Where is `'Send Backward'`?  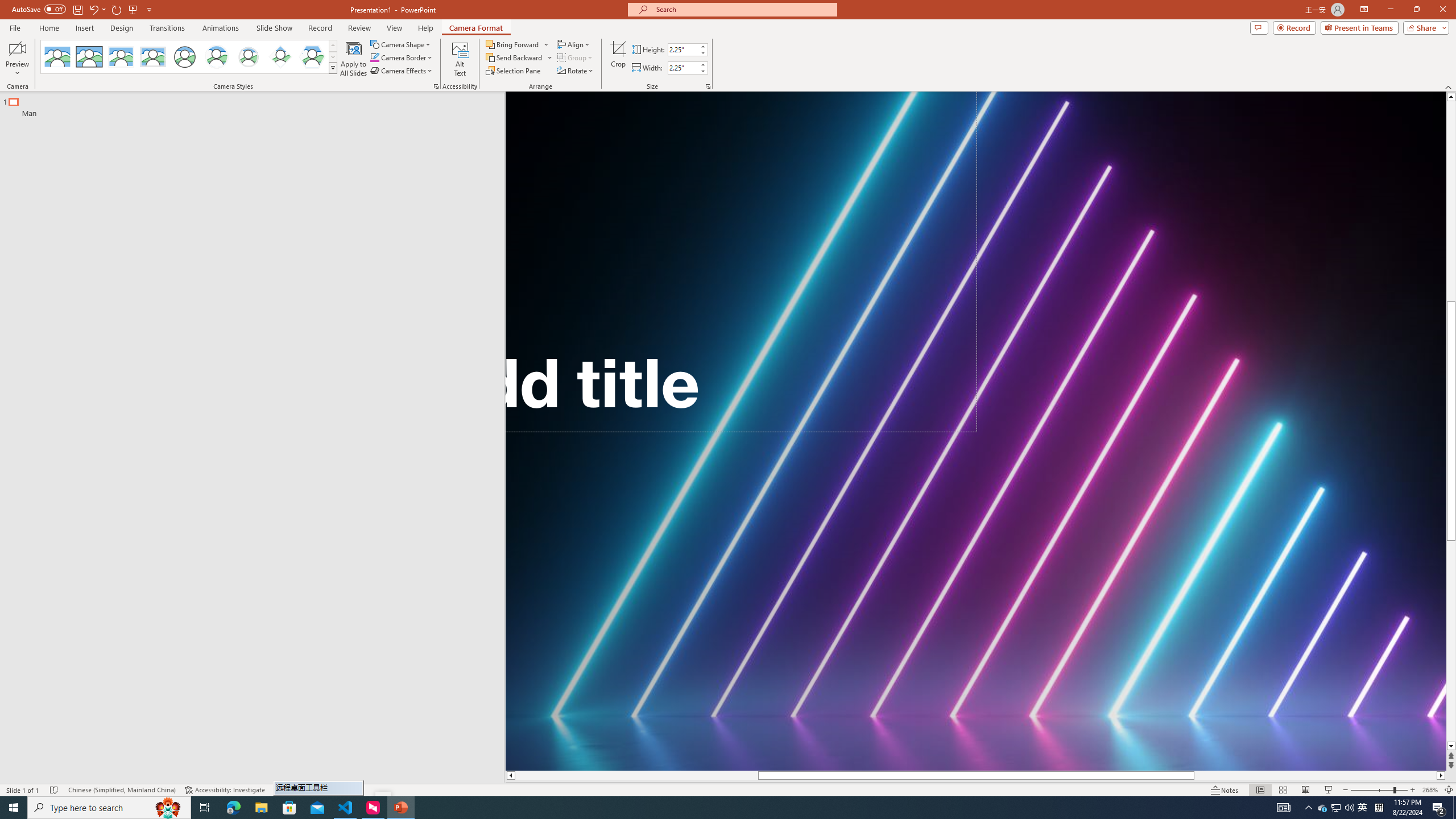
'Send Backward' is located at coordinates (519, 56).